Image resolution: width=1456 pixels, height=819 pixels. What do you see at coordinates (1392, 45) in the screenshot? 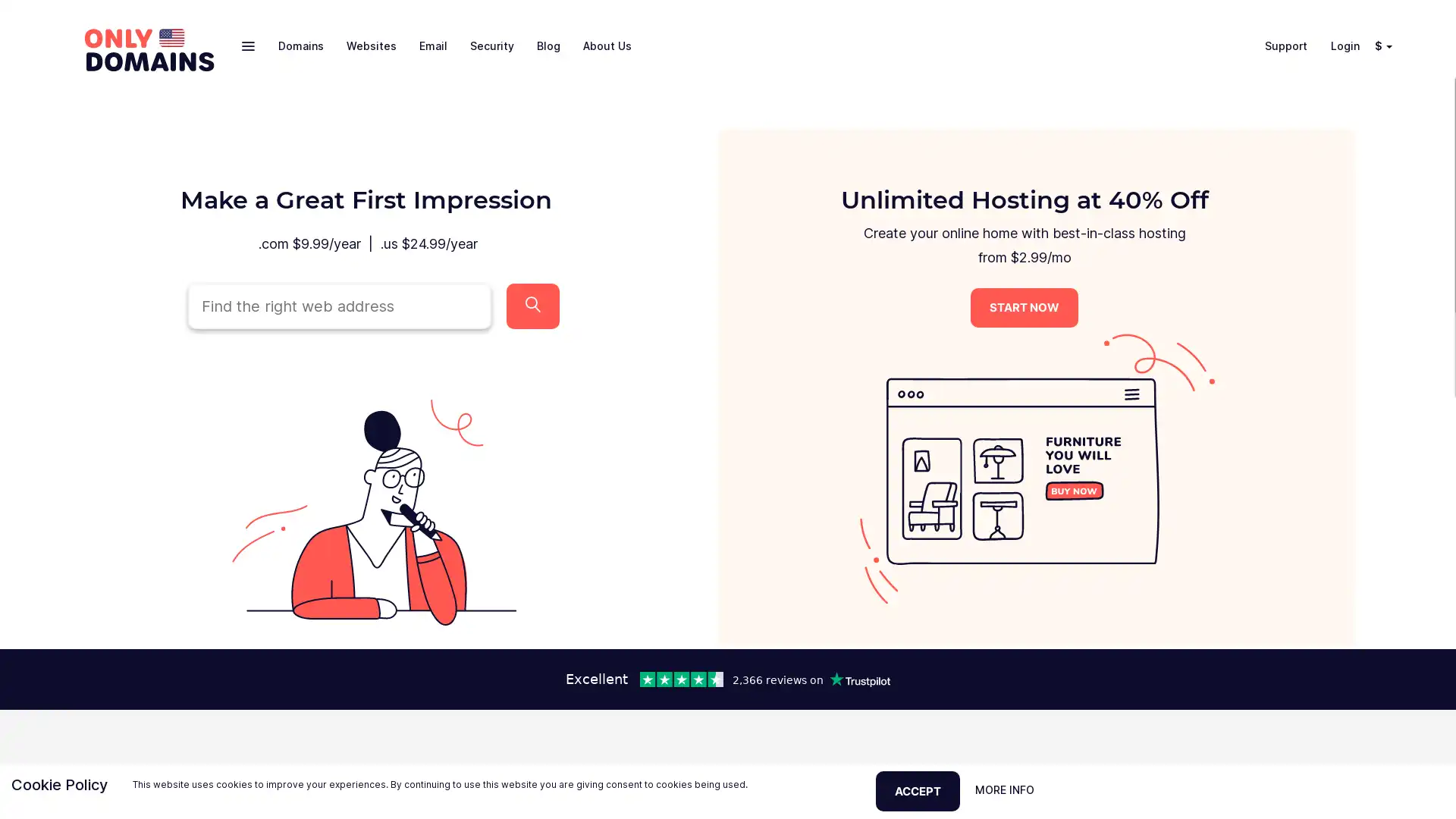
I see `Change Currency` at bounding box center [1392, 45].